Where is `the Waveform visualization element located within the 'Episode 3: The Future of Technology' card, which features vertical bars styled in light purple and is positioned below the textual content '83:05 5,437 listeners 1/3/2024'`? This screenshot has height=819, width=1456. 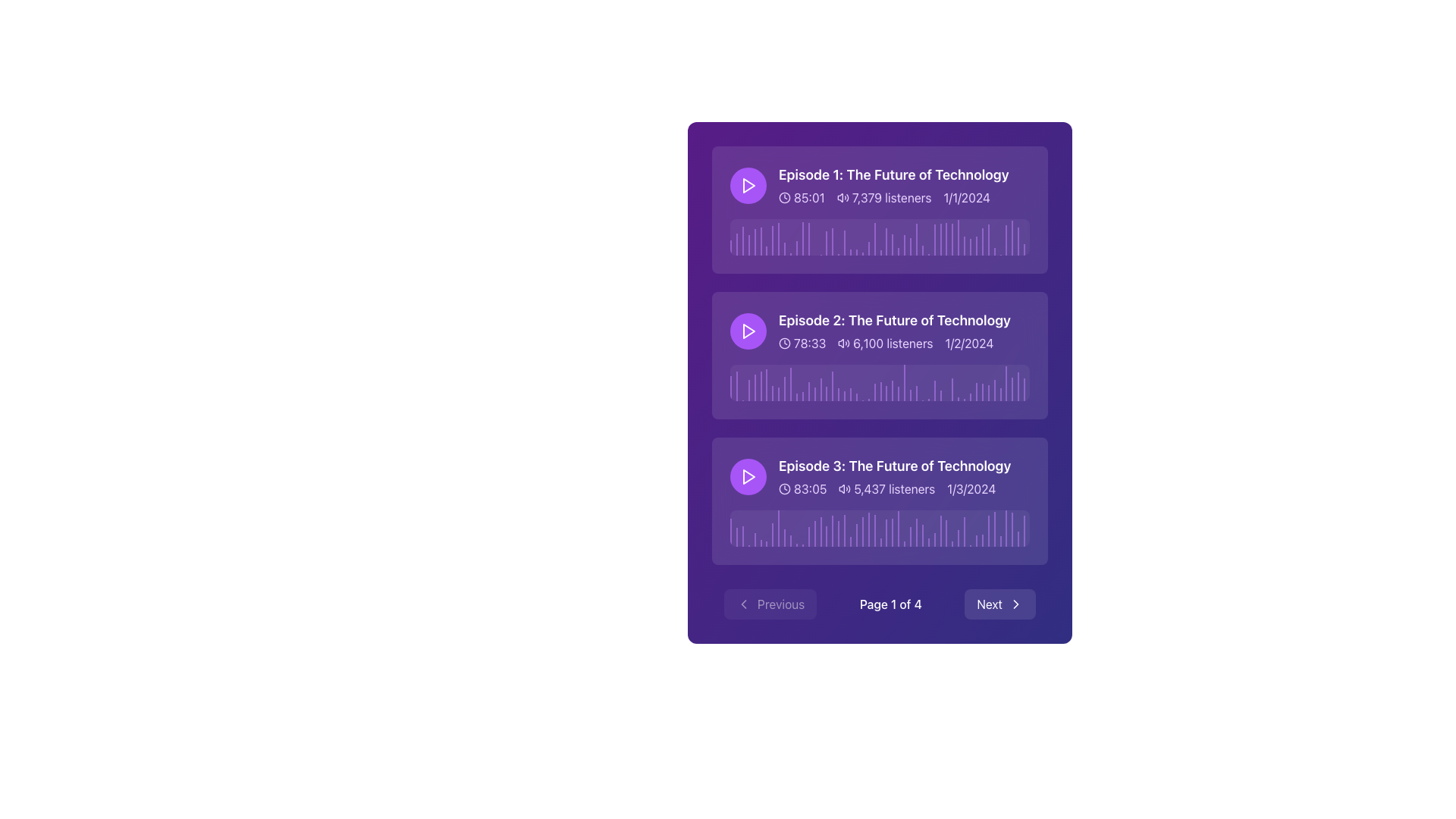
the Waveform visualization element located within the 'Episode 3: The Future of Technology' card, which features vertical bars styled in light purple and is positioned below the textual content '83:05 5,437 listeners 1/3/2024' is located at coordinates (880, 528).